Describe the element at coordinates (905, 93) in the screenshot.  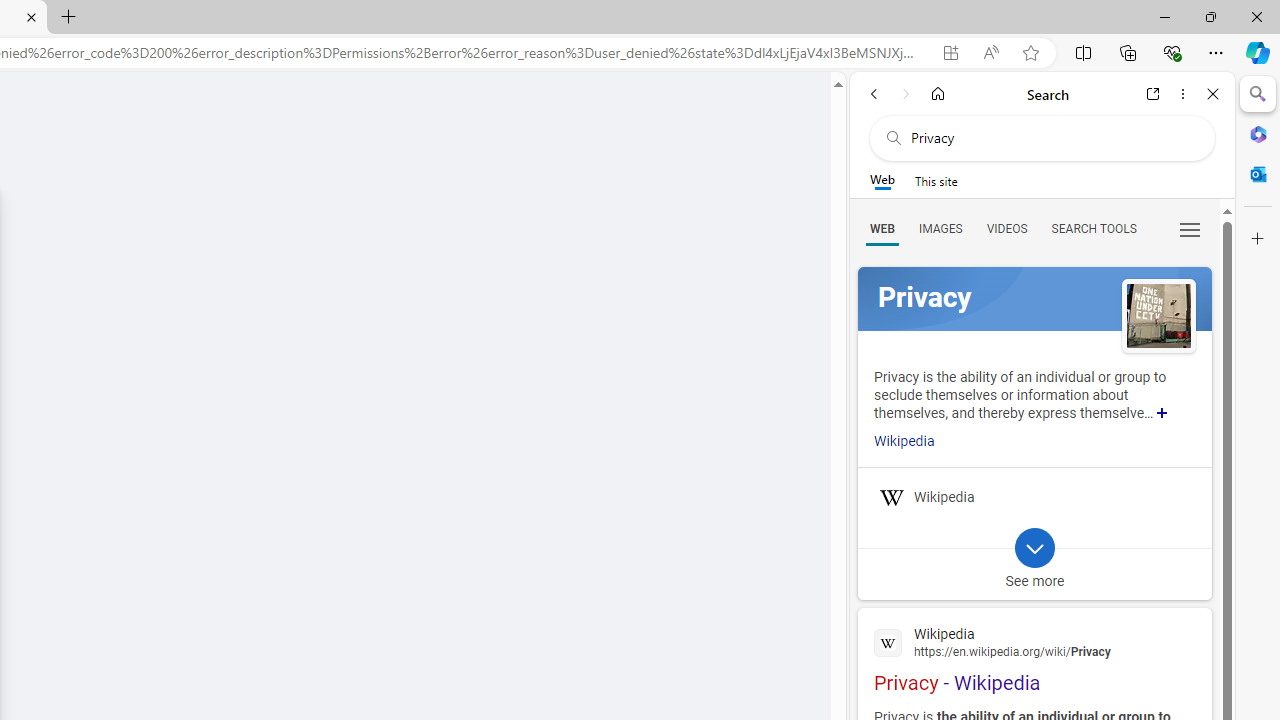
I see `'Forward'` at that location.